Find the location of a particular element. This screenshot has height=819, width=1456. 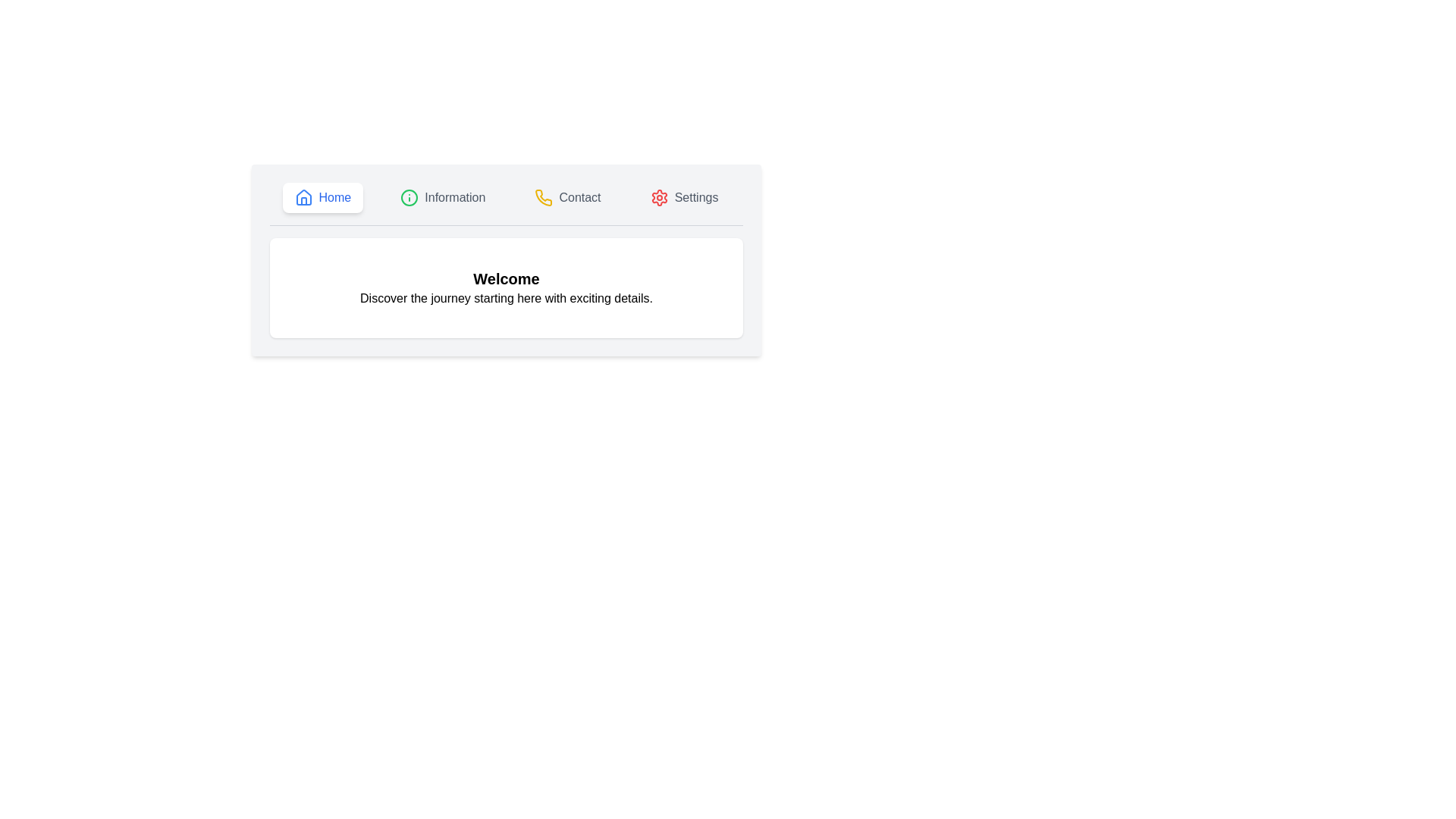

the navigation button located between the 'Home' button on the left and the 'Contact' button on the right is located at coordinates (442, 197).